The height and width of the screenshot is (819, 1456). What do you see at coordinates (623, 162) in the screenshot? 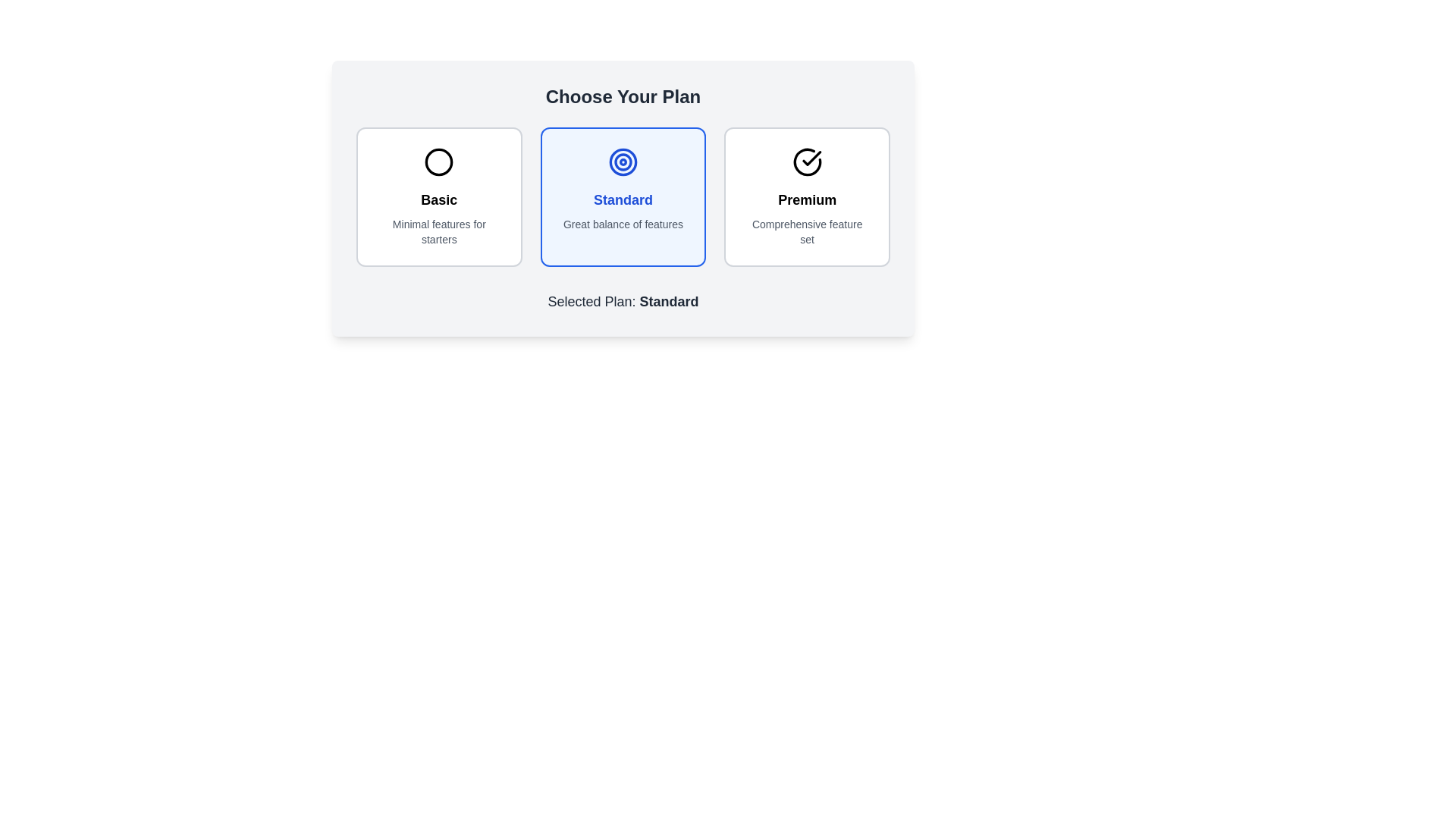
I see `the target icon, which is an SVG graphic with concentric circles and a bold blue appearance, centrally positioned above the text labels in the 'Standard' option card` at bounding box center [623, 162].